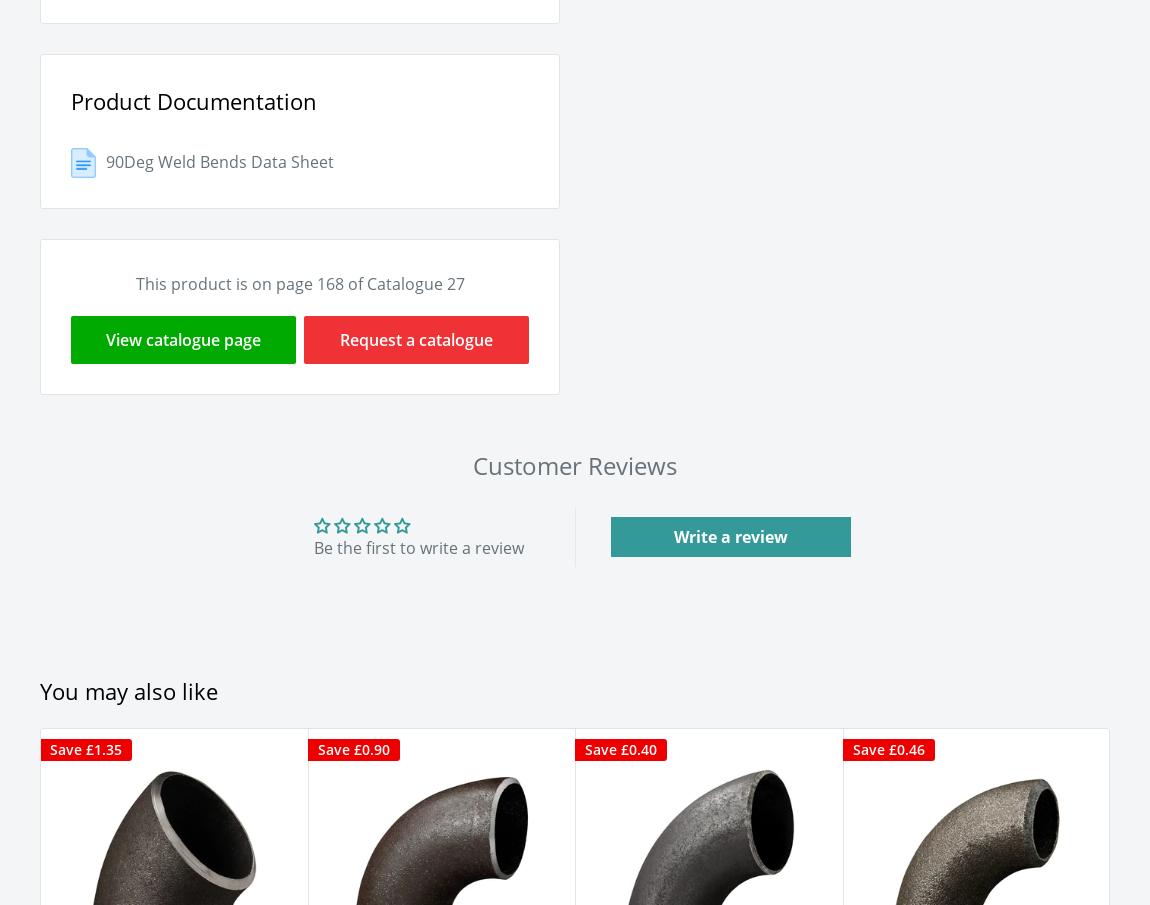 The height and width of the screenshot is (905, 1150). What do you see at coordinates (638, 747) in the screenshot?
I see `'£0.40'` at bounding box center [638, 747].